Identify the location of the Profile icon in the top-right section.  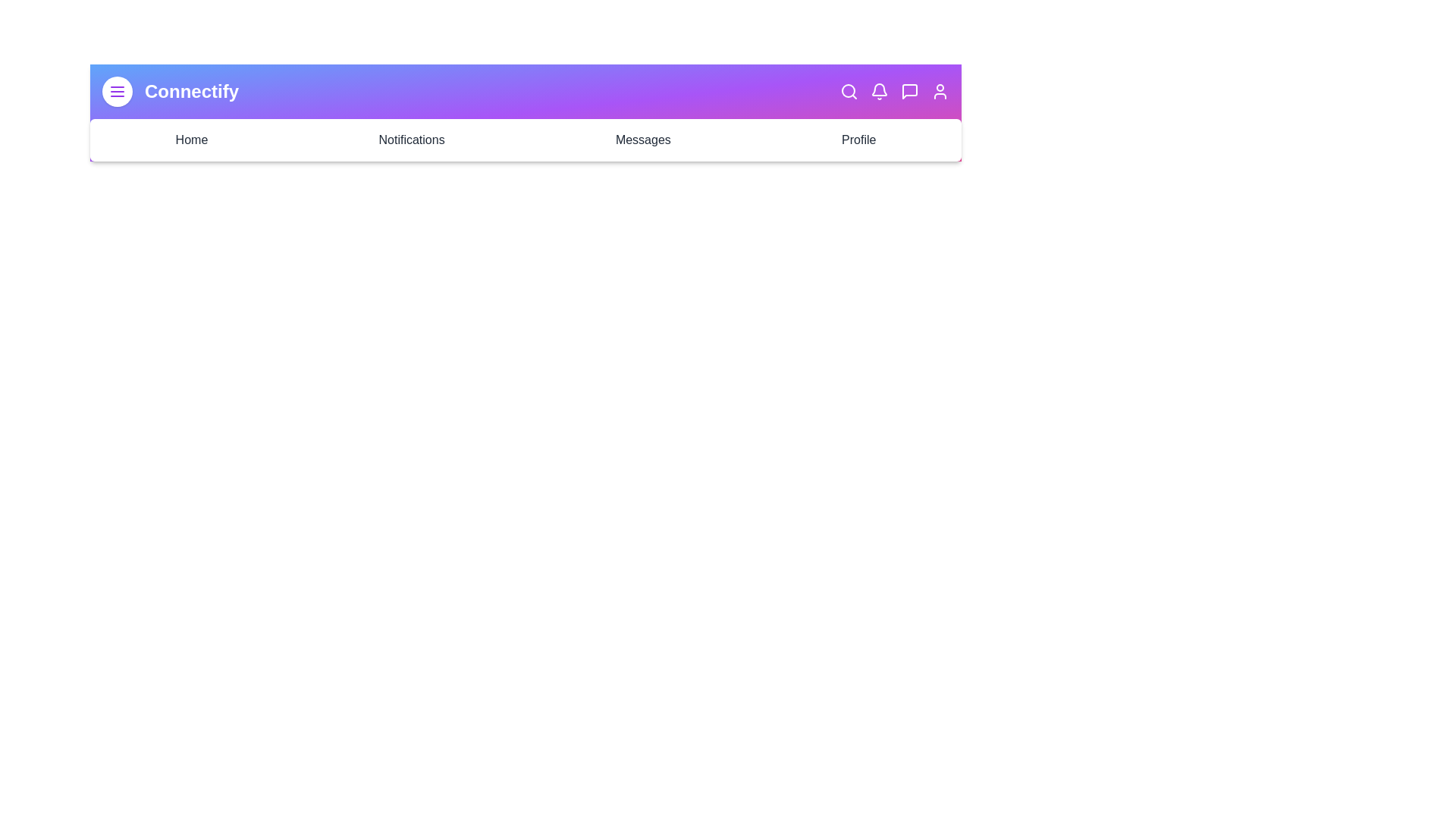
(939, 91).